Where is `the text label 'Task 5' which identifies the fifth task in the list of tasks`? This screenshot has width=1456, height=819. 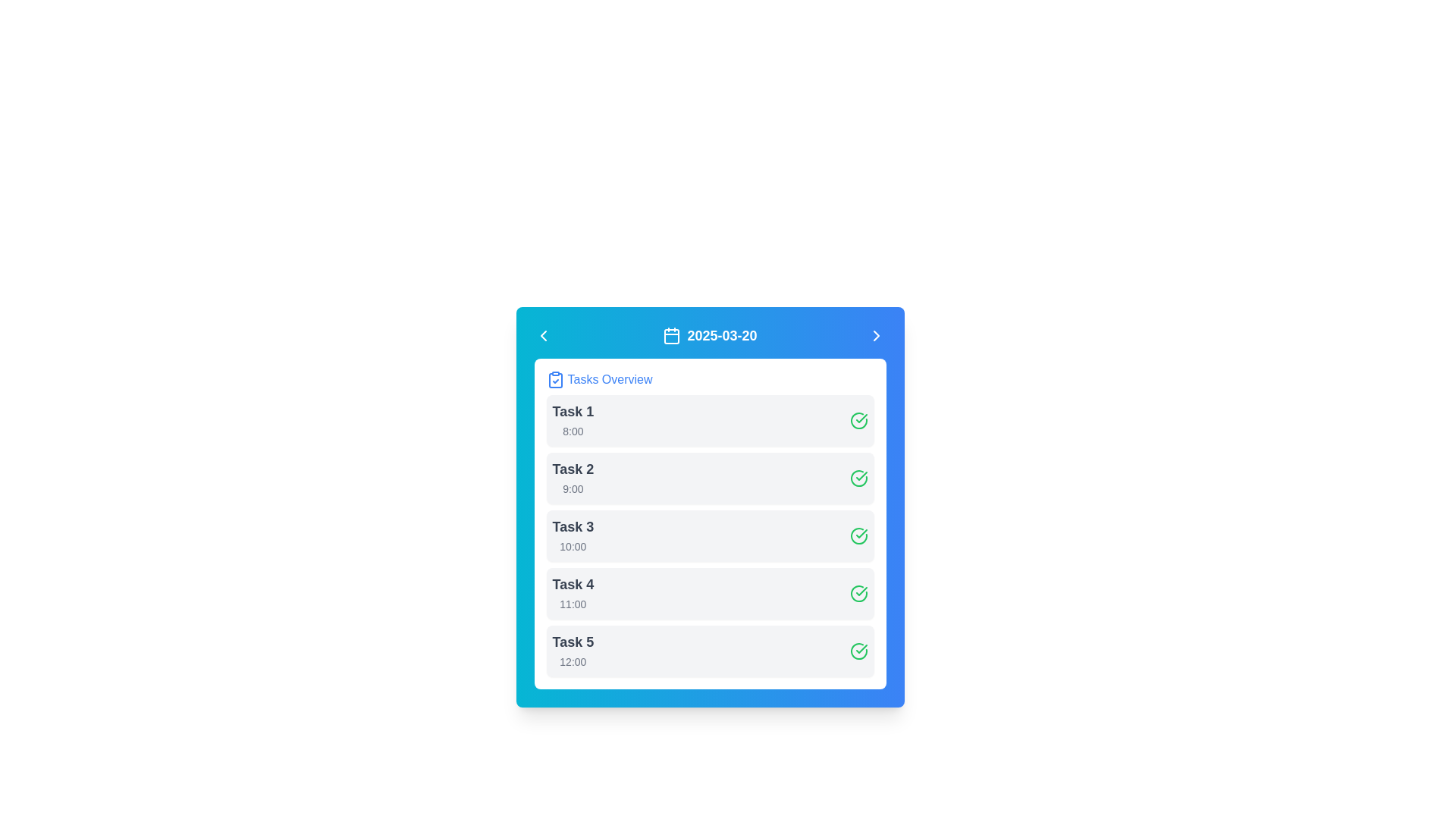
the text label 'Task 5' which identifies the fifth task in the list of tasks is located at coordinates (572, 642).